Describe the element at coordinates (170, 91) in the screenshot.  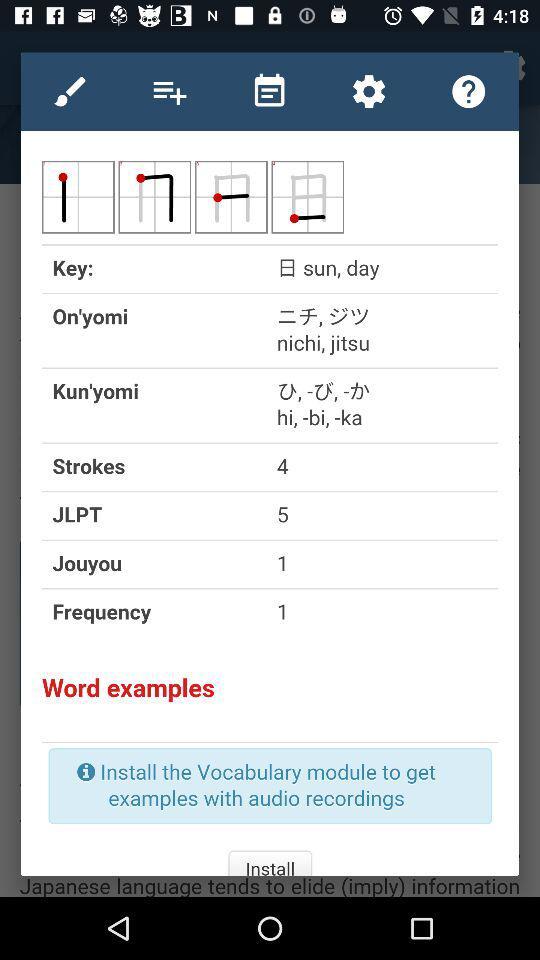
I see `increase` at that location.